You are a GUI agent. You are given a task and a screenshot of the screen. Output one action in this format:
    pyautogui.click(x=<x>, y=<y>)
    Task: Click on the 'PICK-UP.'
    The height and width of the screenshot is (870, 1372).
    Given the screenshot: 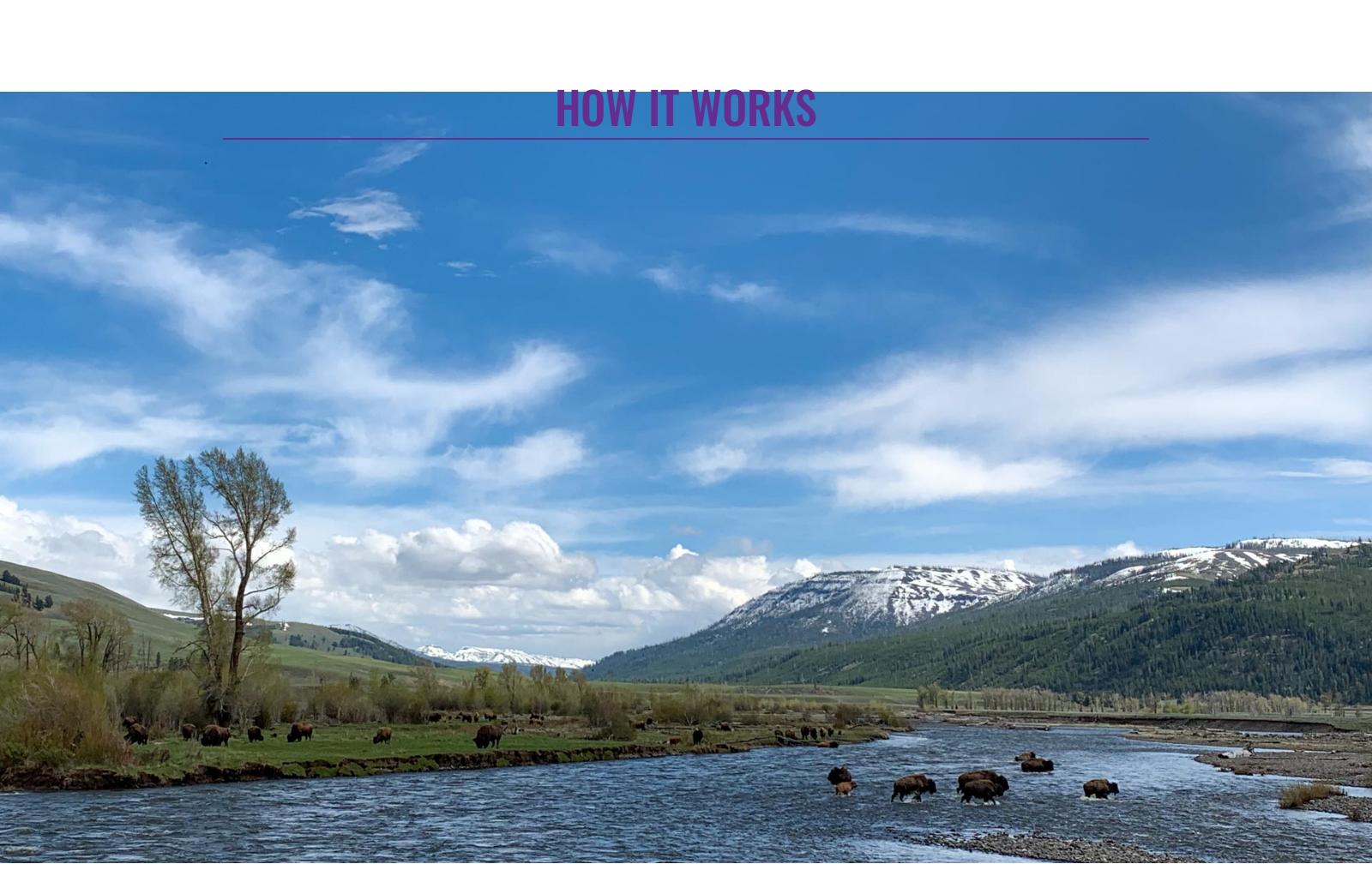 What is the action you would take?
    pyautogui.click(x=798, y=237)
    